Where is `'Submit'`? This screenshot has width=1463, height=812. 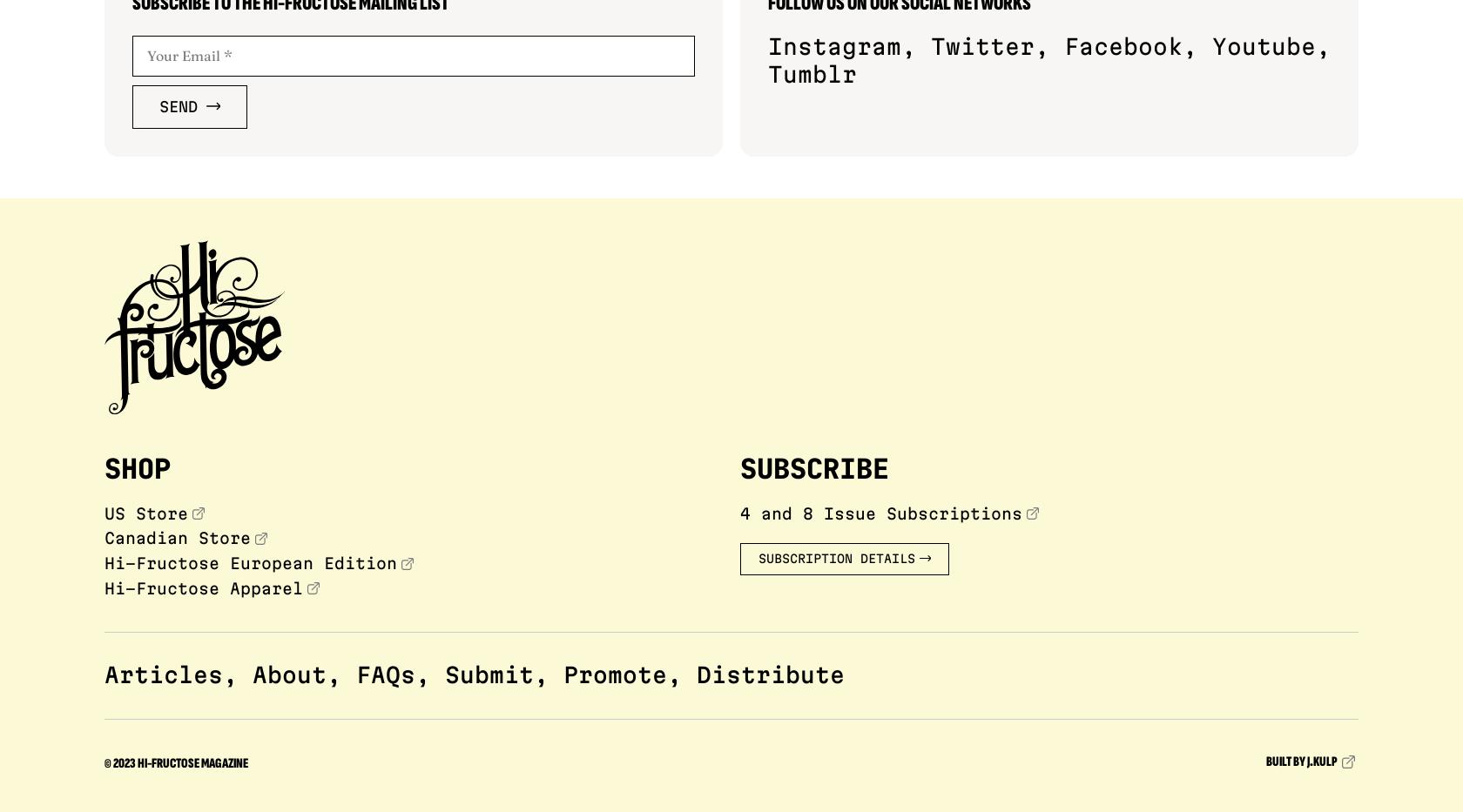 'Submit' is located at coordinates (444, 673).